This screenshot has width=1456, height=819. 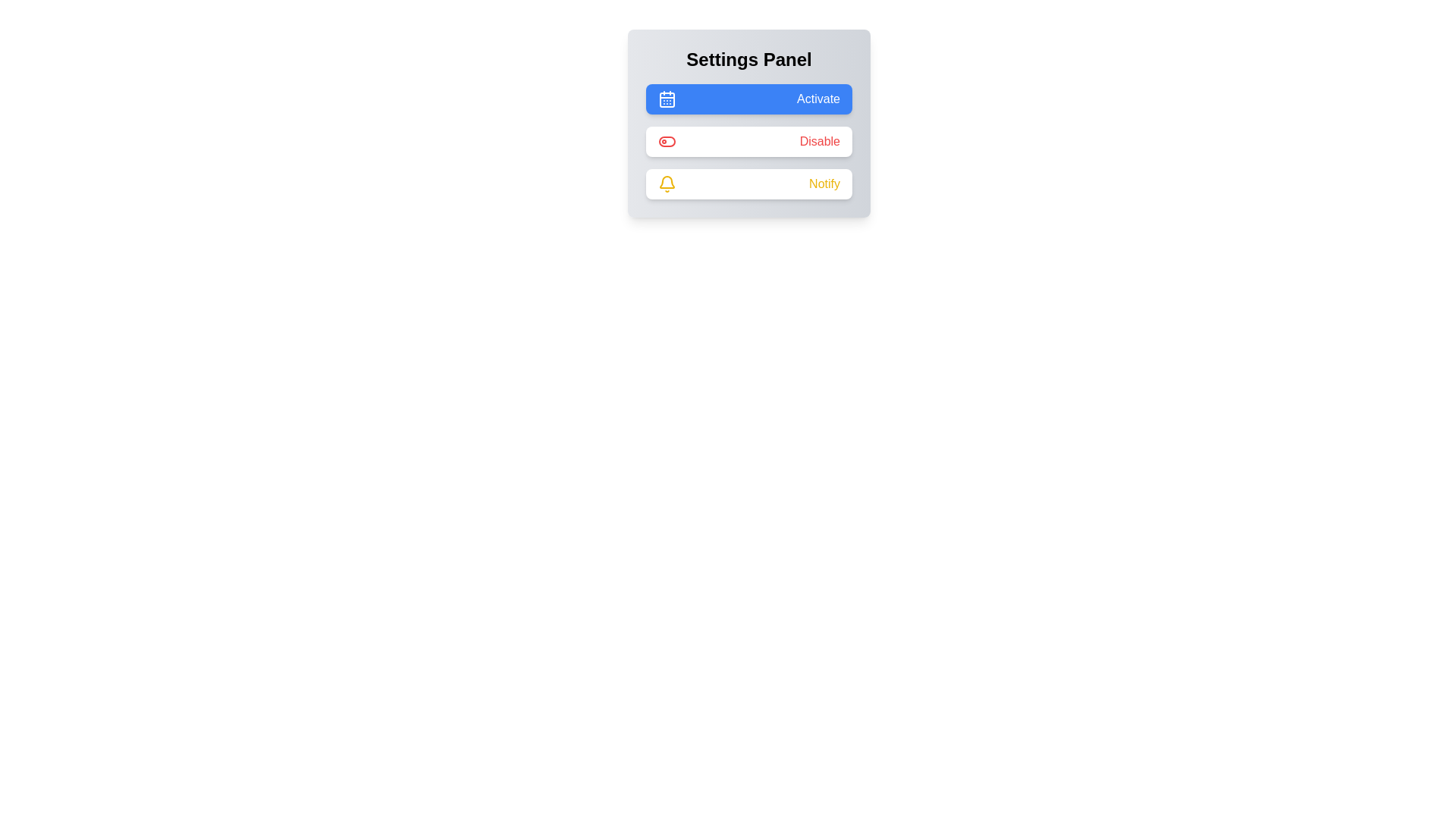 What do you see at coordinates (667, 184) in the screenshot?
I see `the 'Notify' icon located on the left side of the 'Notify' button in the 'Settings Panel', which has a white background and yellow text` at bounding box center [667, 184].